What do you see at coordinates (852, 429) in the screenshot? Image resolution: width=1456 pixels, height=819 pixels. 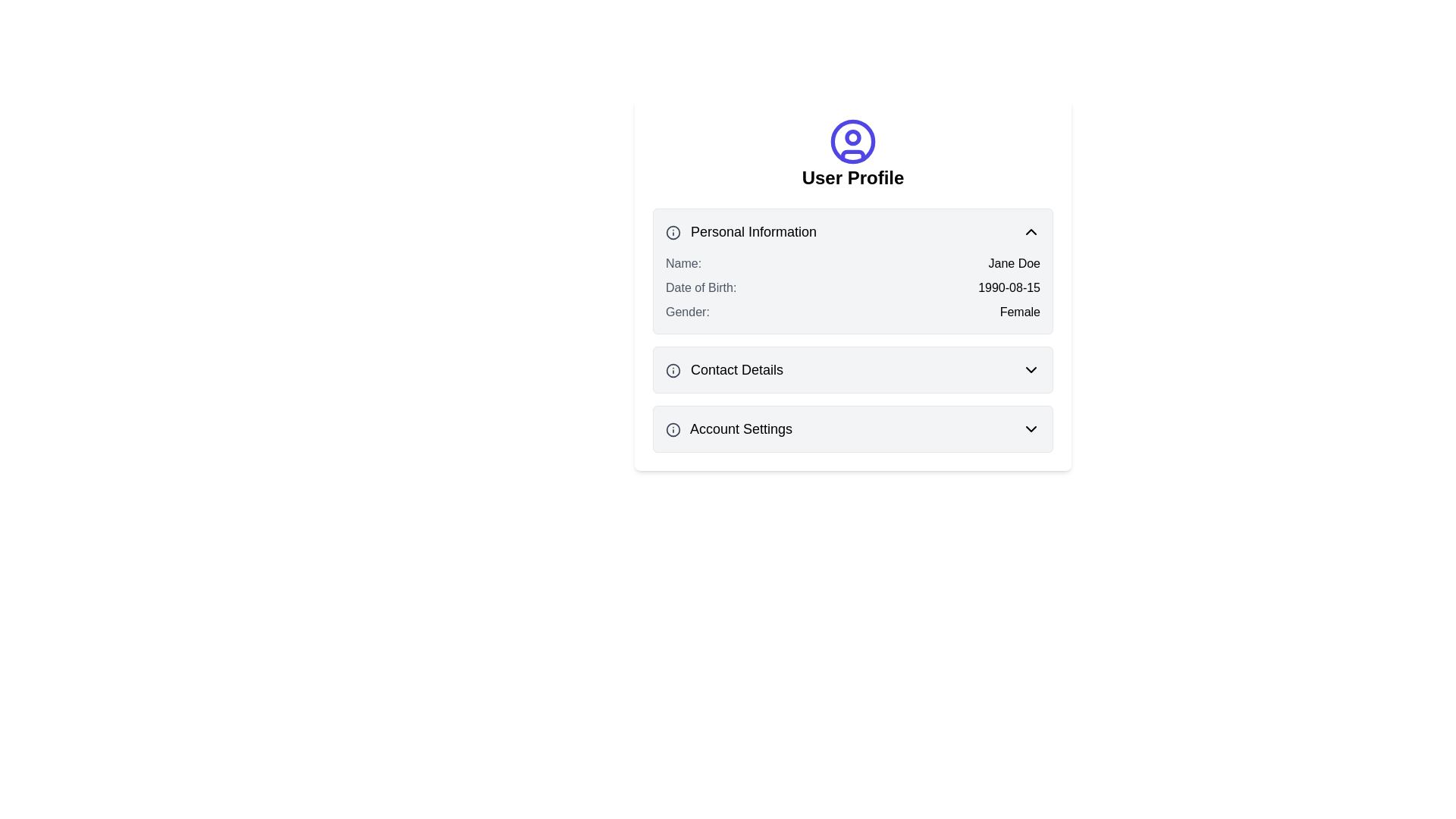 I see `the 'Account Settings' collapsible section header, which has a gray background and rounded corners` at bounding box center [852, 429].